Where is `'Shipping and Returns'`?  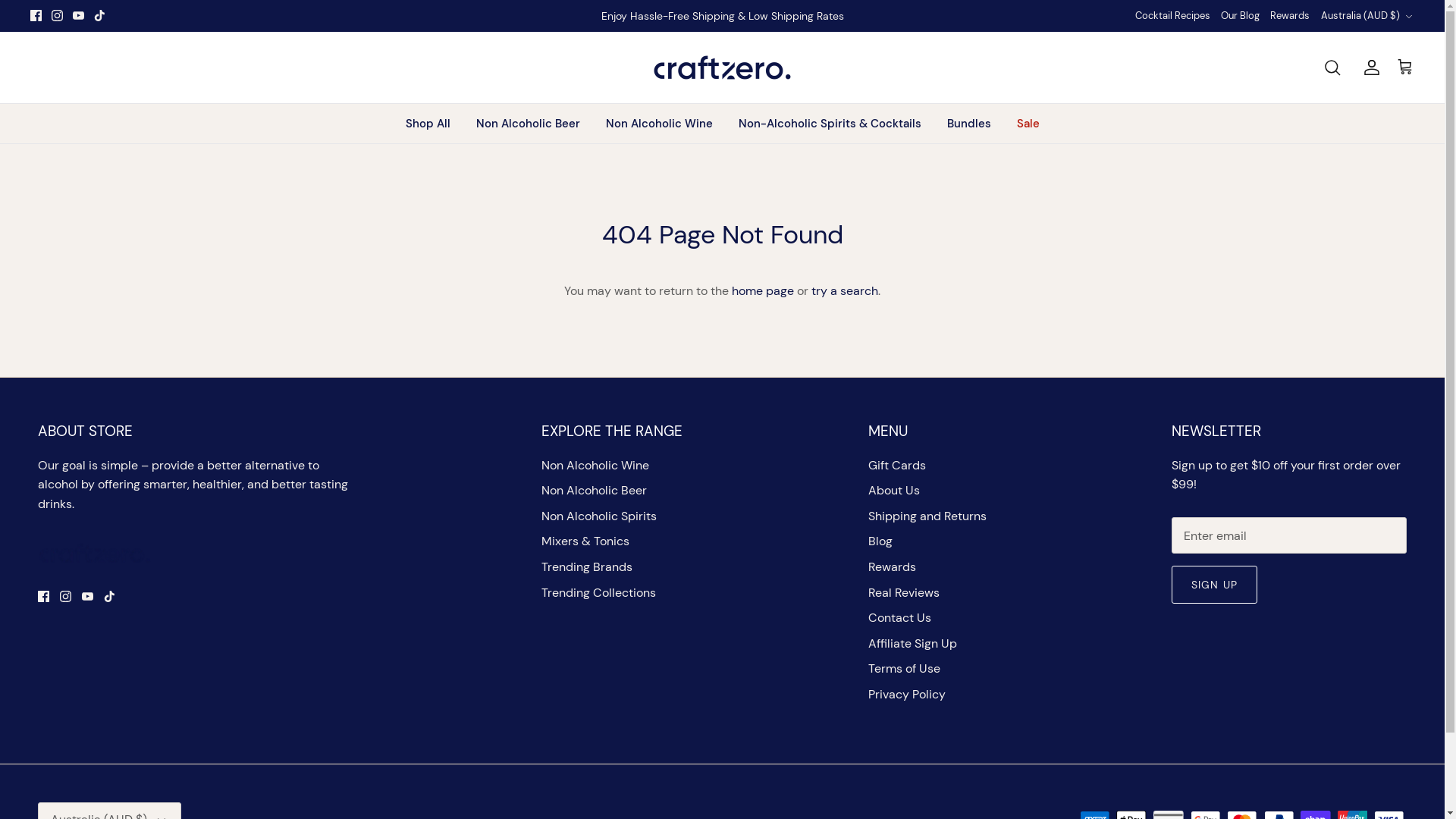
'Shipping and Returns' is located at coordinates (927, 515).